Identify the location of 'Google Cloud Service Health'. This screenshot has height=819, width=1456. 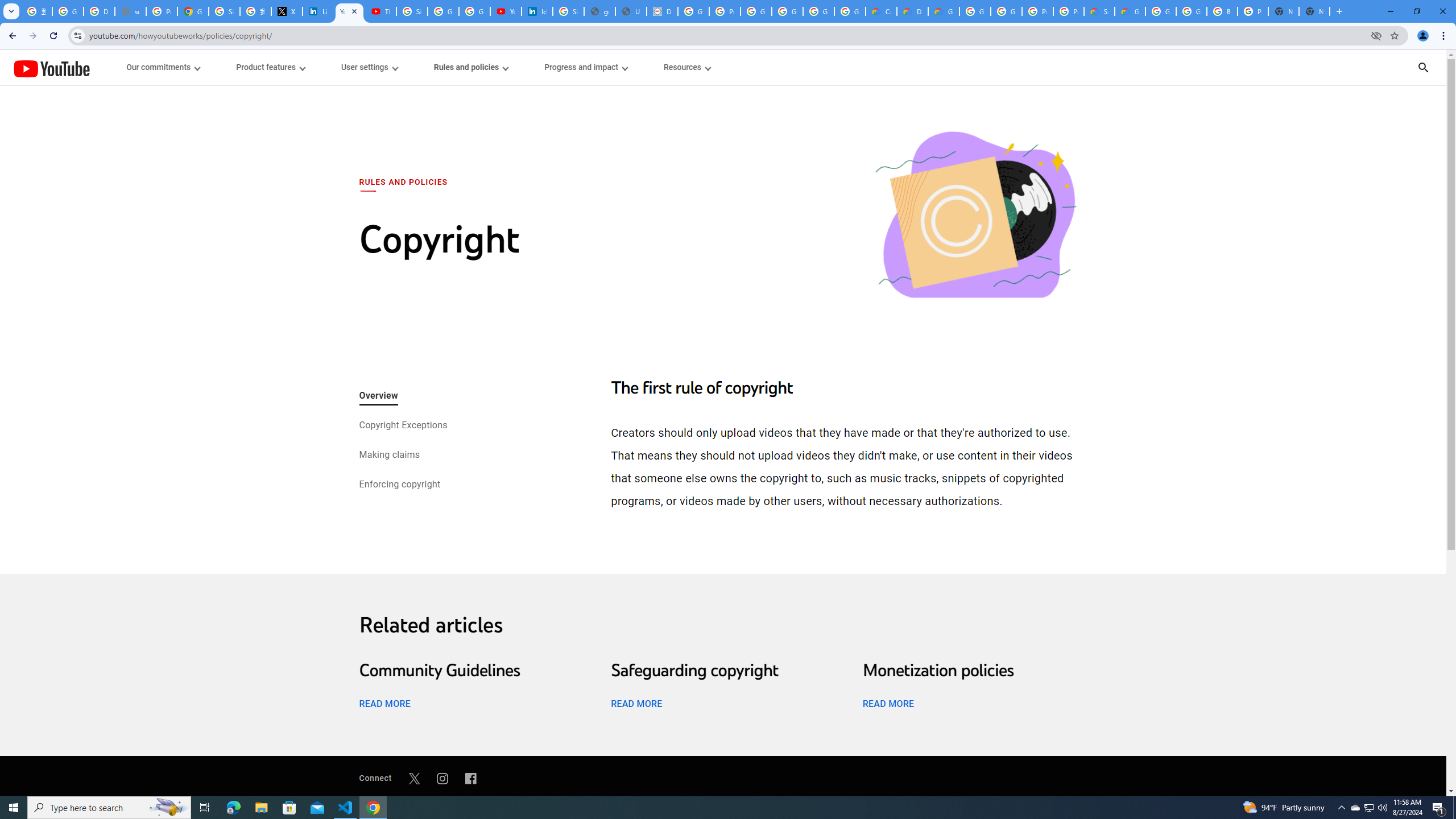
(1129, 11).